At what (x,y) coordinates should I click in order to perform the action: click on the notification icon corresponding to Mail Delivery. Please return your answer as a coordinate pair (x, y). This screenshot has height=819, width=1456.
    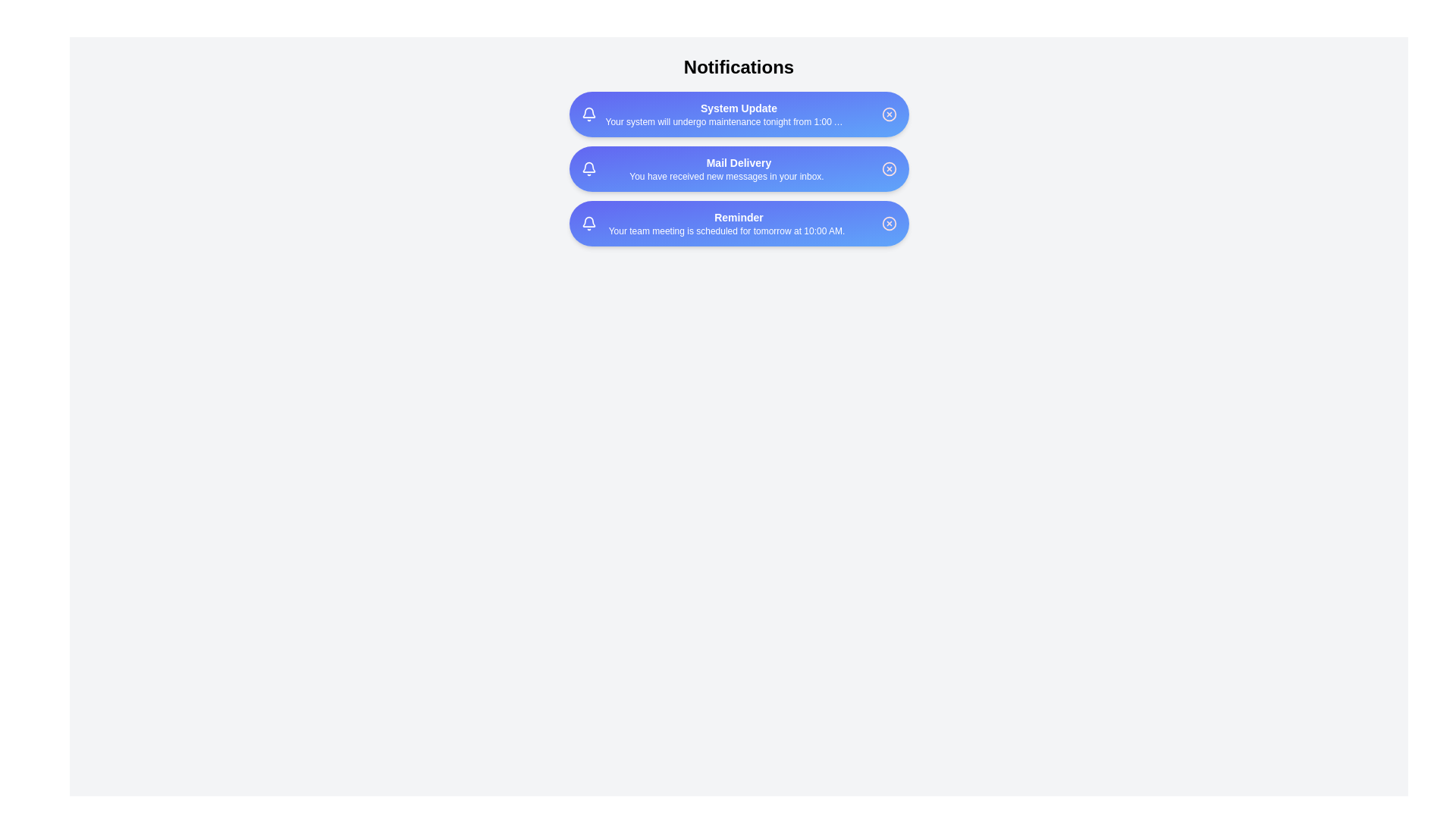
    Looking at the image, I should click on (588, 169).